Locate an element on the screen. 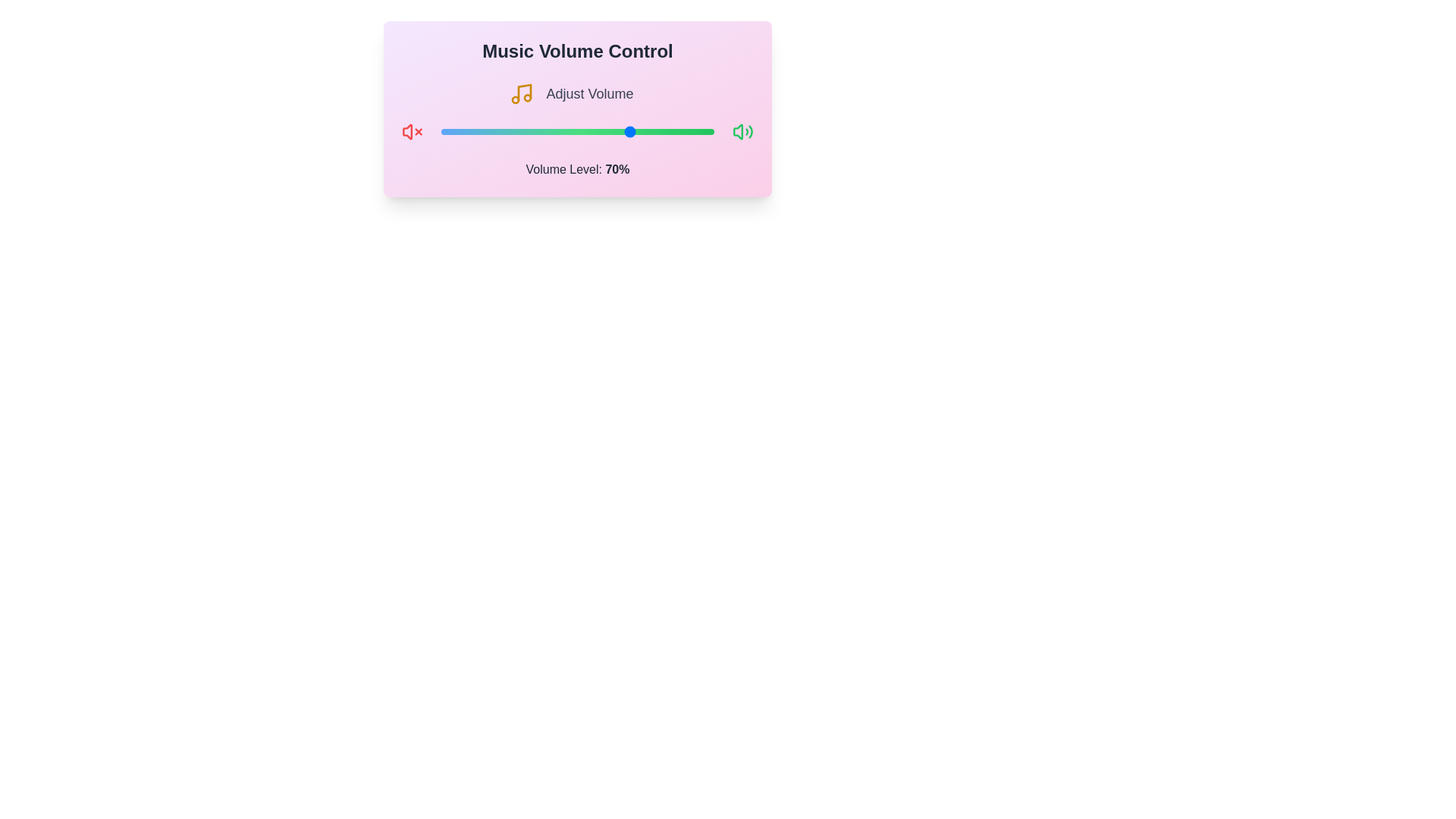  the volume slider to 93% is located at coordinates (694, 130).